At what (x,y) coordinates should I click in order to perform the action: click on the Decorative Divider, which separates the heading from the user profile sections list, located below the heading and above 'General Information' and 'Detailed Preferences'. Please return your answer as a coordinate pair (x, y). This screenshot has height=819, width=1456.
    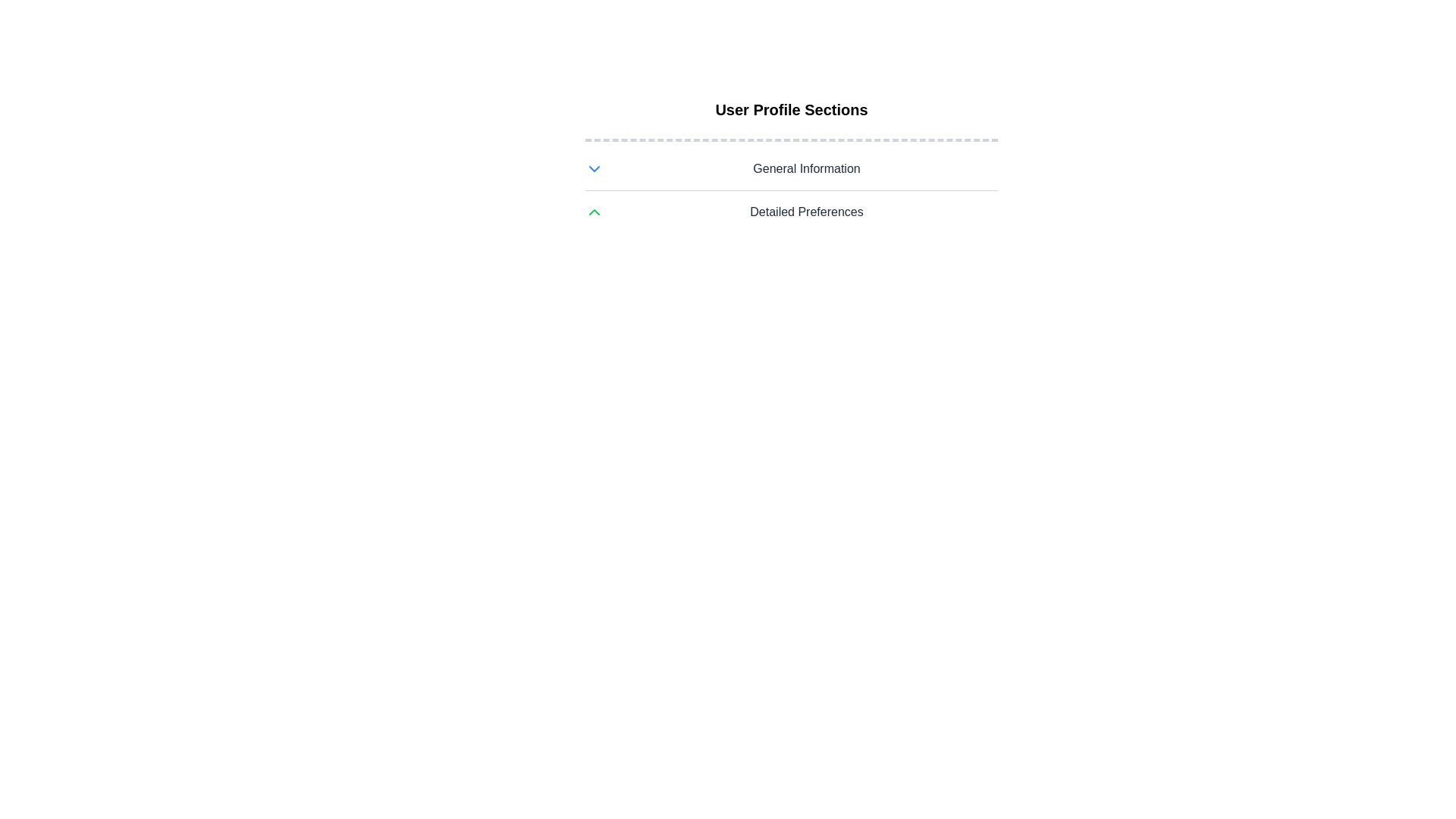
    Looking at the image, I should click on (790, 140).